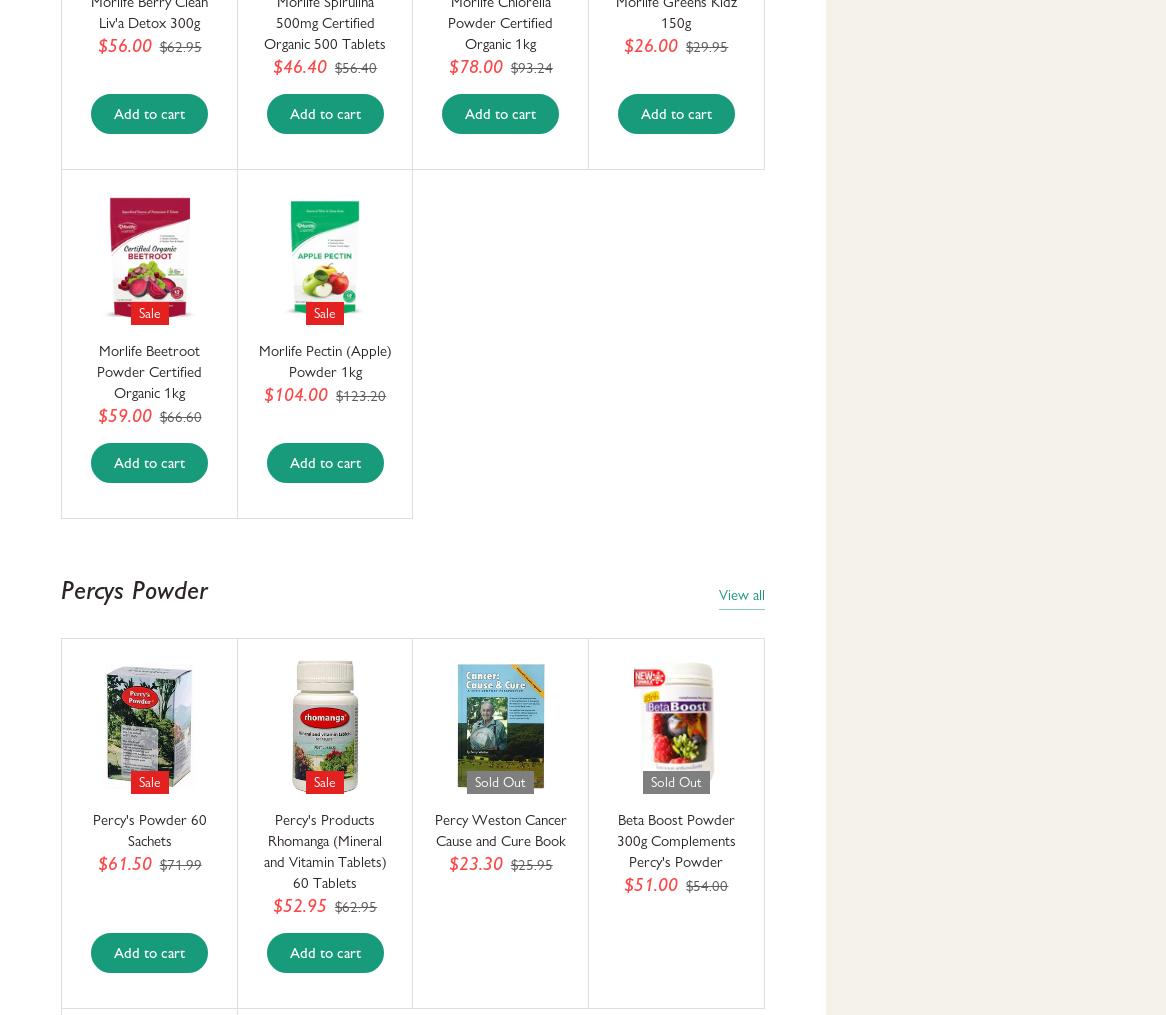 This screenshot has height=1015, width=1166. What do you see at coordinates (649, 883) in the screenshot?
I see `'$51.00'` at bounding box center [649, 883].